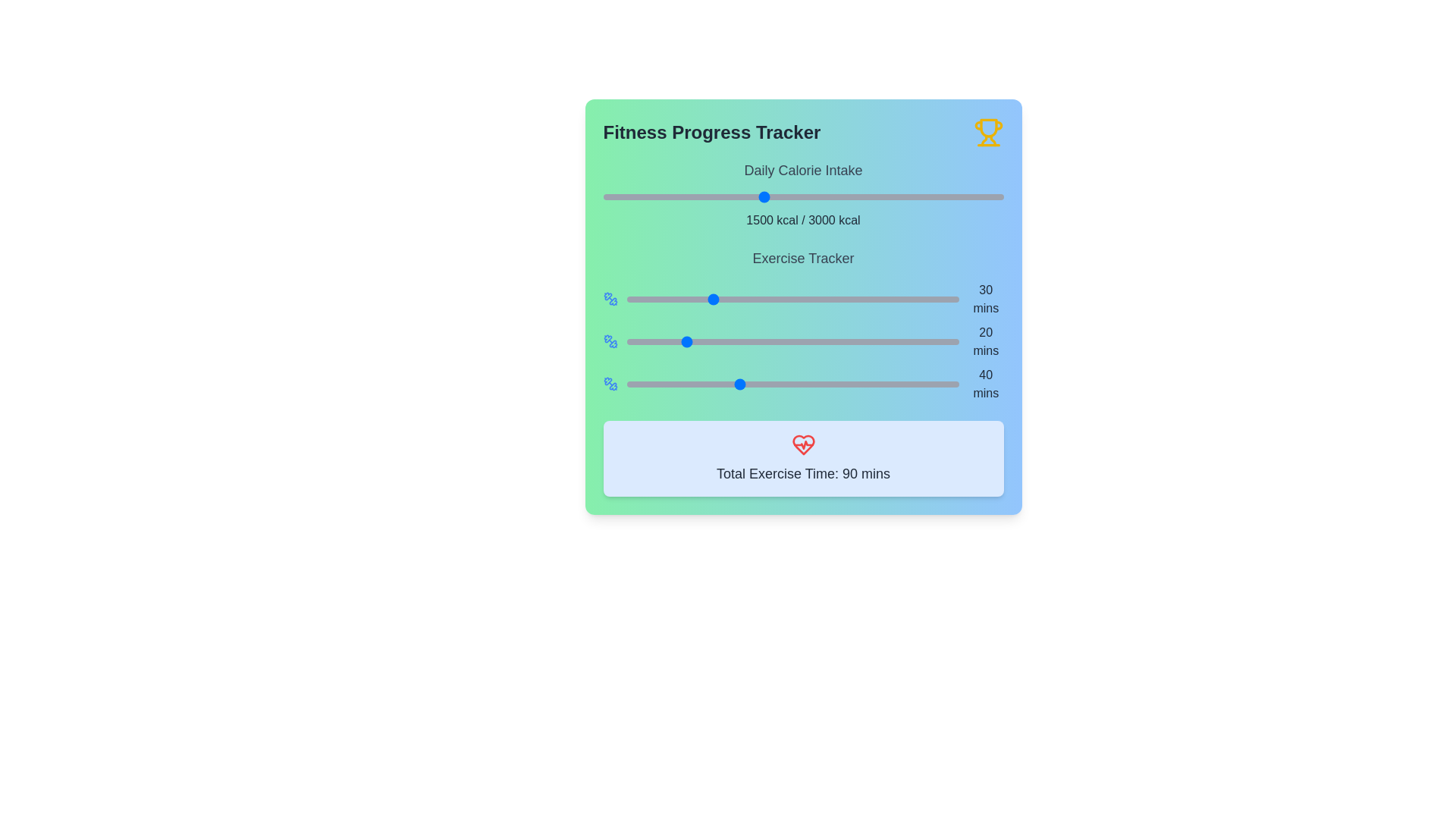  Describe the element at coordinates (690, 383) in the screenshot. I see `the exercise time` at that location.